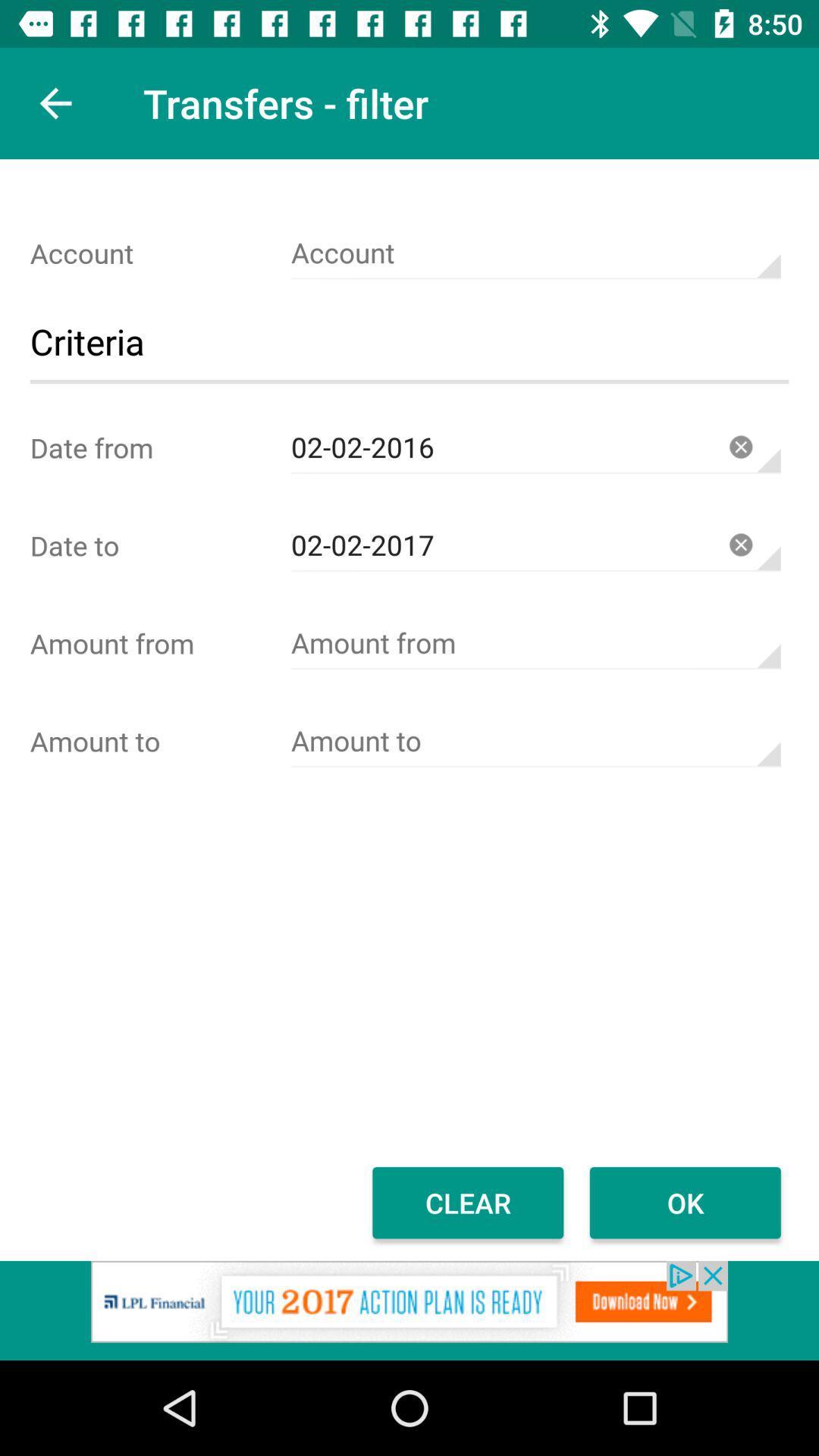  Describe the element at coordinates (535, 741) in the screenshot. I see `form field to` at that location.